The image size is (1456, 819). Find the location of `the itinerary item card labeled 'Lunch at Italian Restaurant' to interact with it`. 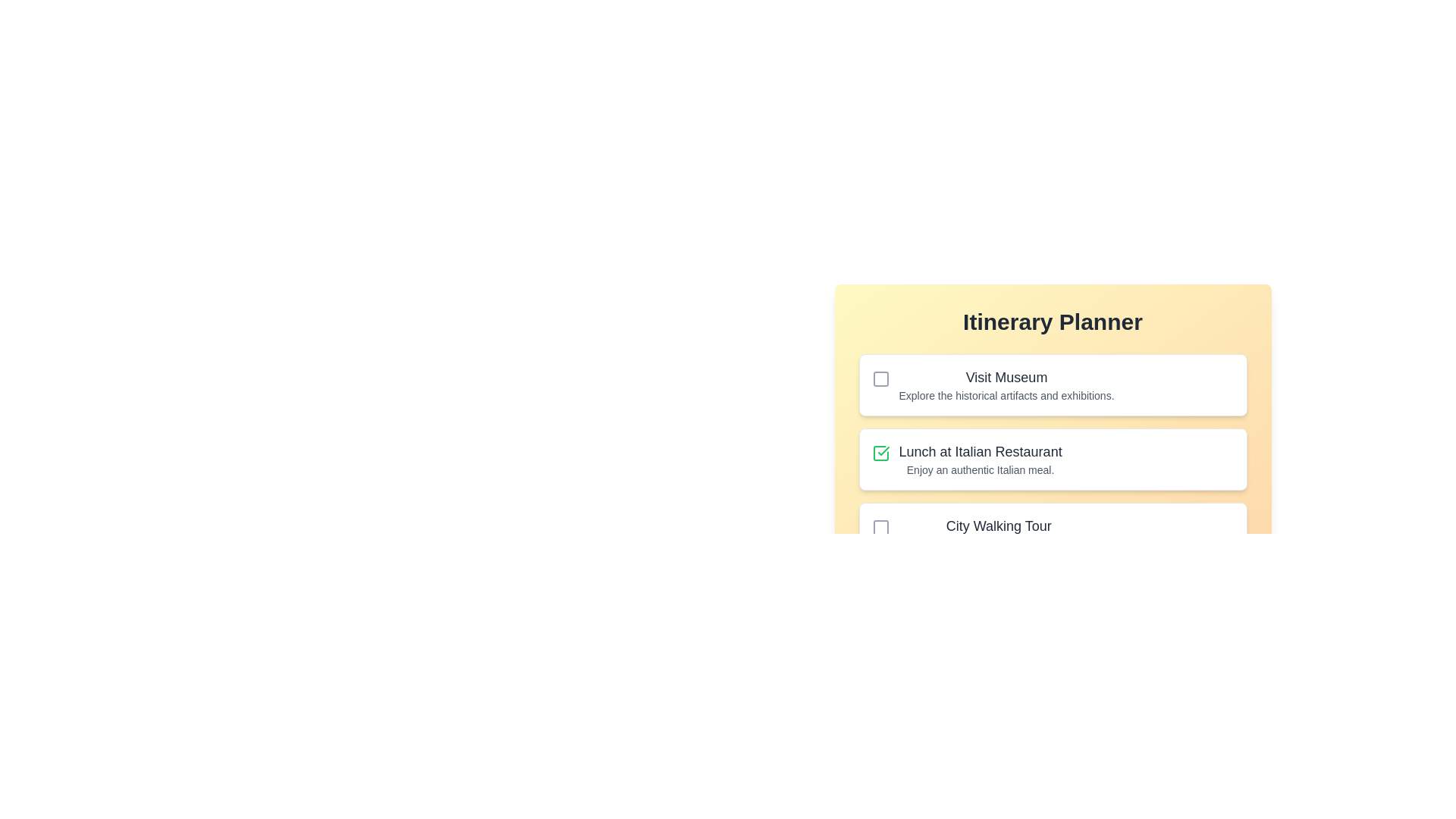

the itinerary item card labeled 'Lunch at Italian Restaurant' to interact with it is located at coordinates (1052, 458).